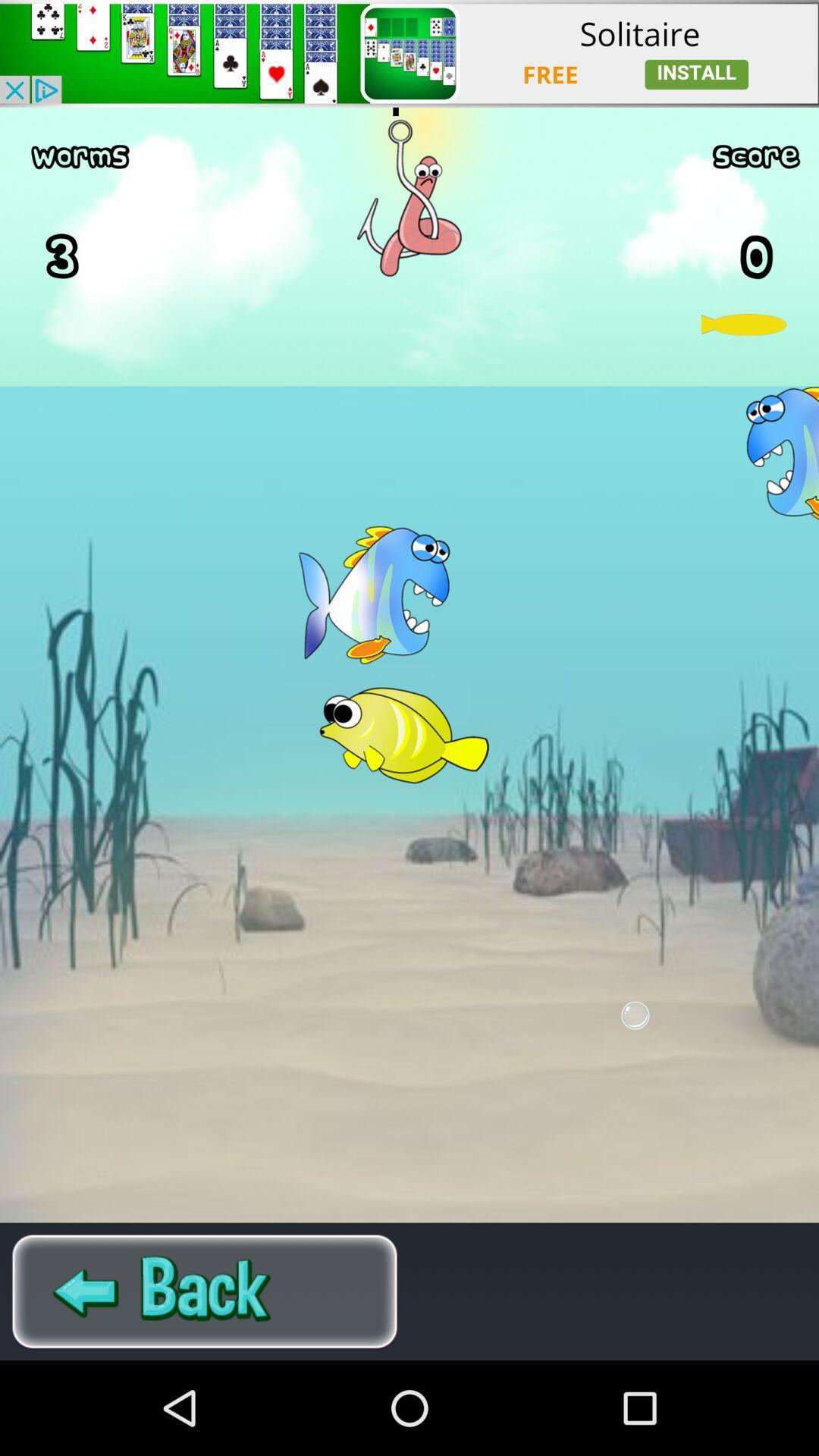  I want to click on the sliders icon, so click(205, 1382).